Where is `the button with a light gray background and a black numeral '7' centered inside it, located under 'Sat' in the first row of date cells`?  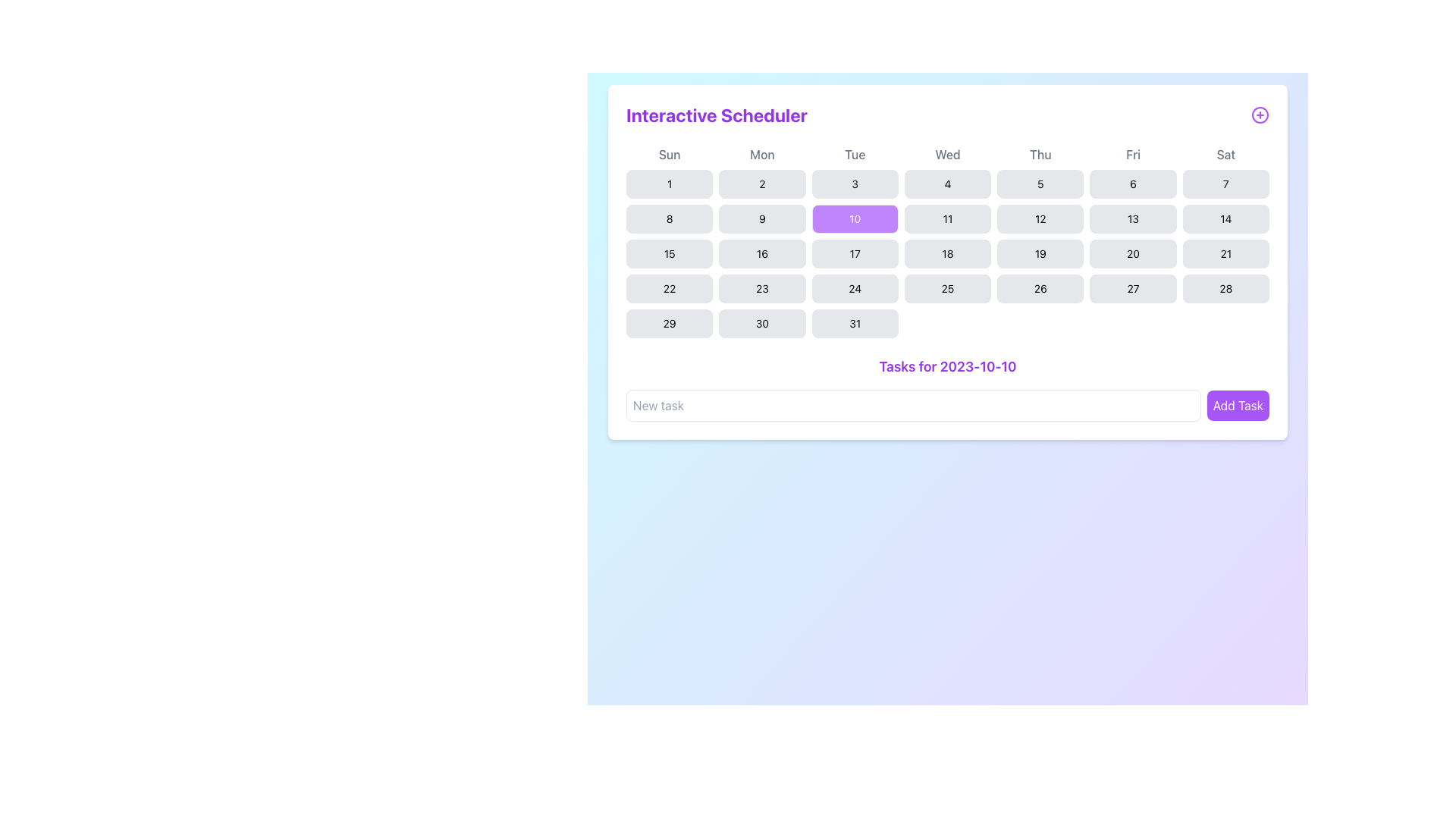
the button with a light gray background and a black numeral '7' centered inside it, located under 'Sat' in the first row of date cells is located at coordinates (1225, 184).